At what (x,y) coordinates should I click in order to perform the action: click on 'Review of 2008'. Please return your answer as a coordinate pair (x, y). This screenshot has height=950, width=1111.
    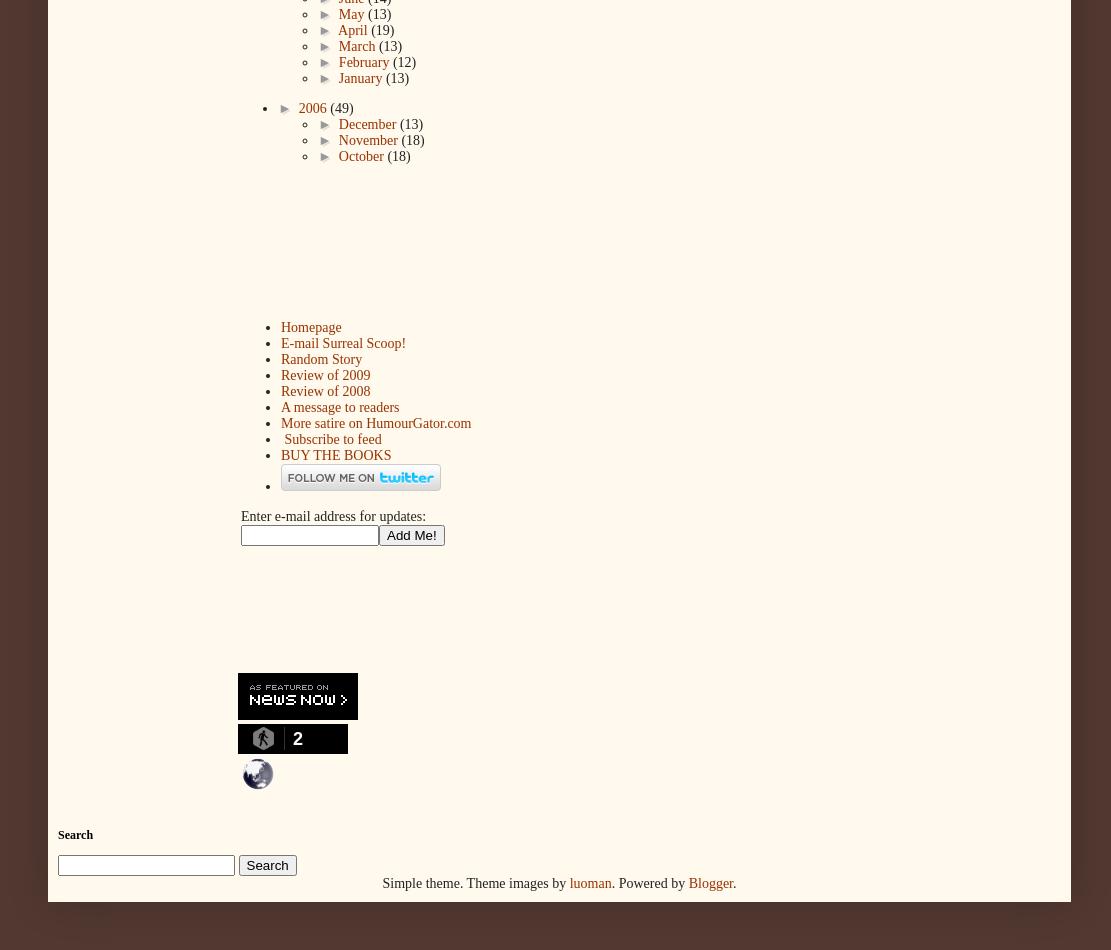
    Looking at the image, I should click on (324, 390).